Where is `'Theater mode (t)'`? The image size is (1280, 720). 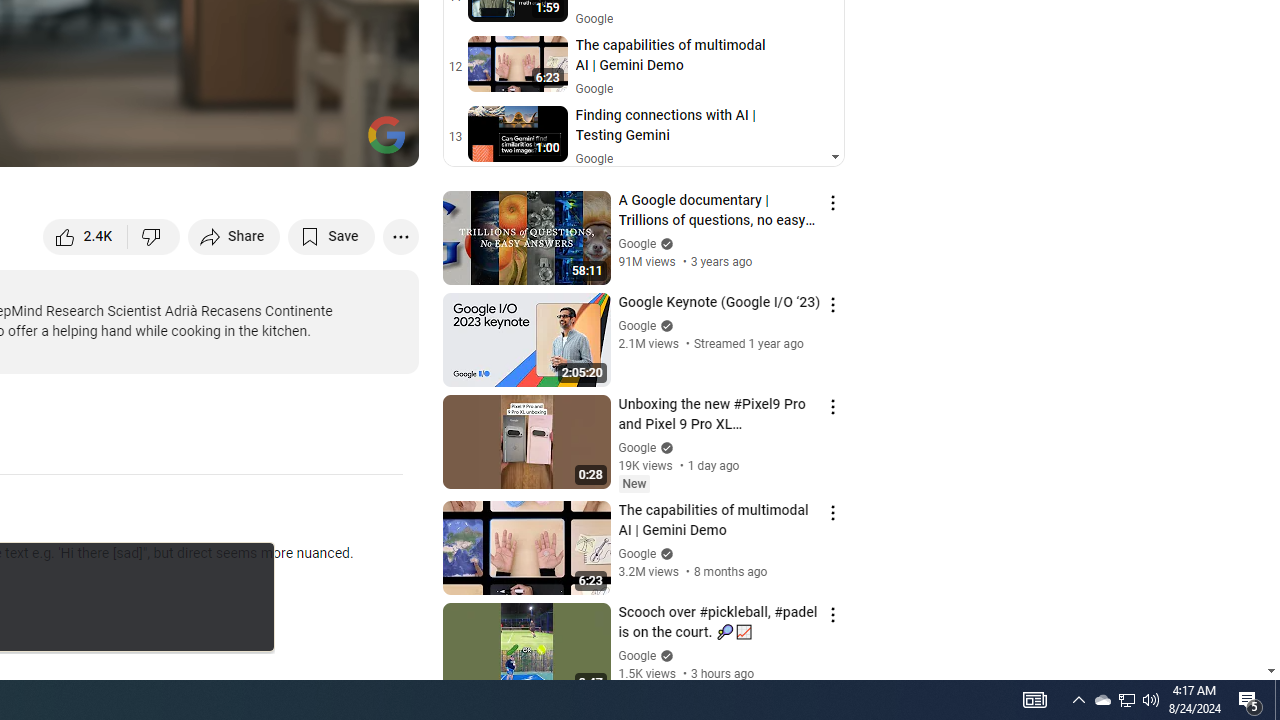
'Theater mode (t)' is located at coordinates (334, 141).